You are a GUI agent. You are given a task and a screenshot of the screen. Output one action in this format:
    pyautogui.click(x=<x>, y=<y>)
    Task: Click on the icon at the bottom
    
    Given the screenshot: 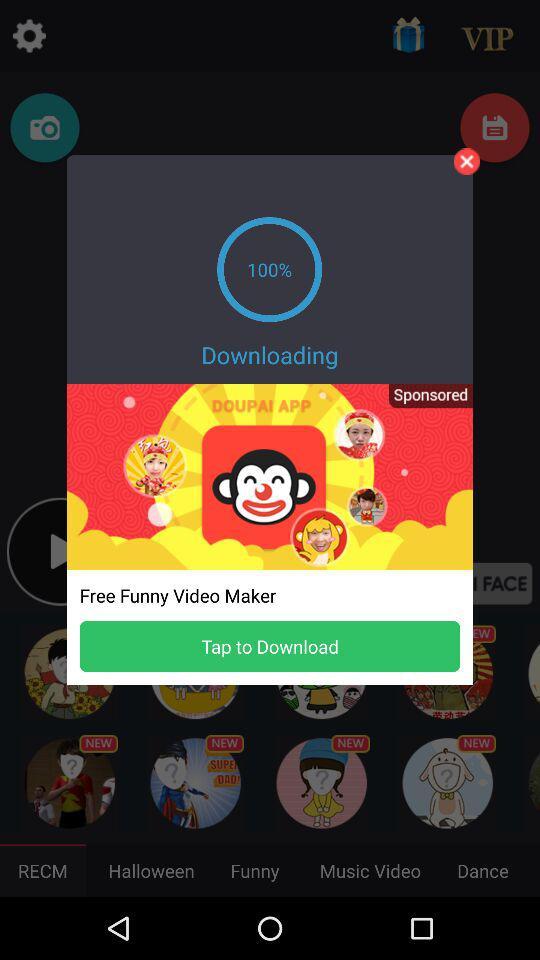 What is the action you would take?
    pyautogui.click(x=270, y=645)
    